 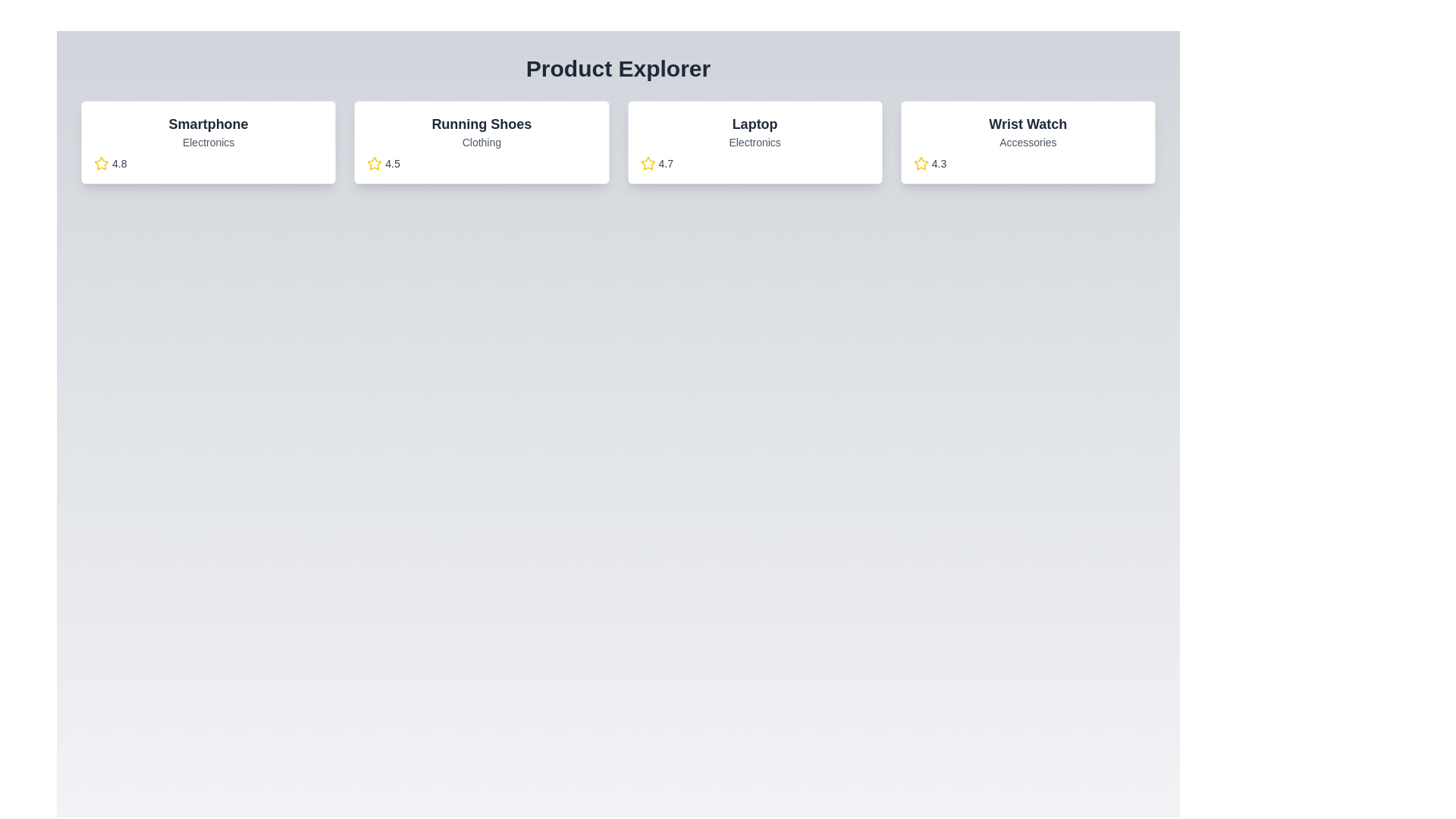 What do you see at coordinates (481, 143) in the screenshot?
I see `the second product card in the product catalog` at bounding box center [481, 143].